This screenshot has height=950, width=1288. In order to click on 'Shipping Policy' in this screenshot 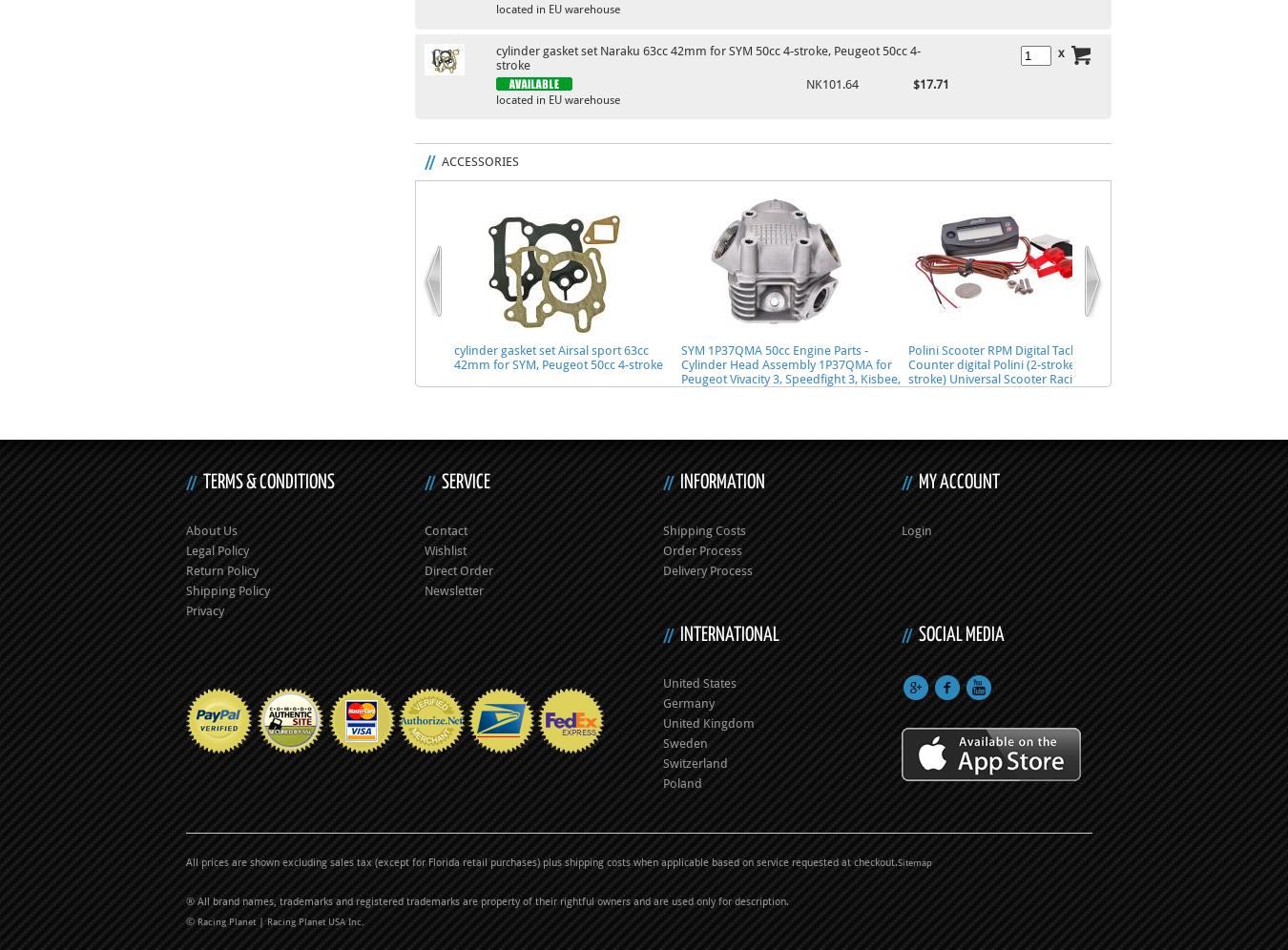, I will do `click(185, 590)`.